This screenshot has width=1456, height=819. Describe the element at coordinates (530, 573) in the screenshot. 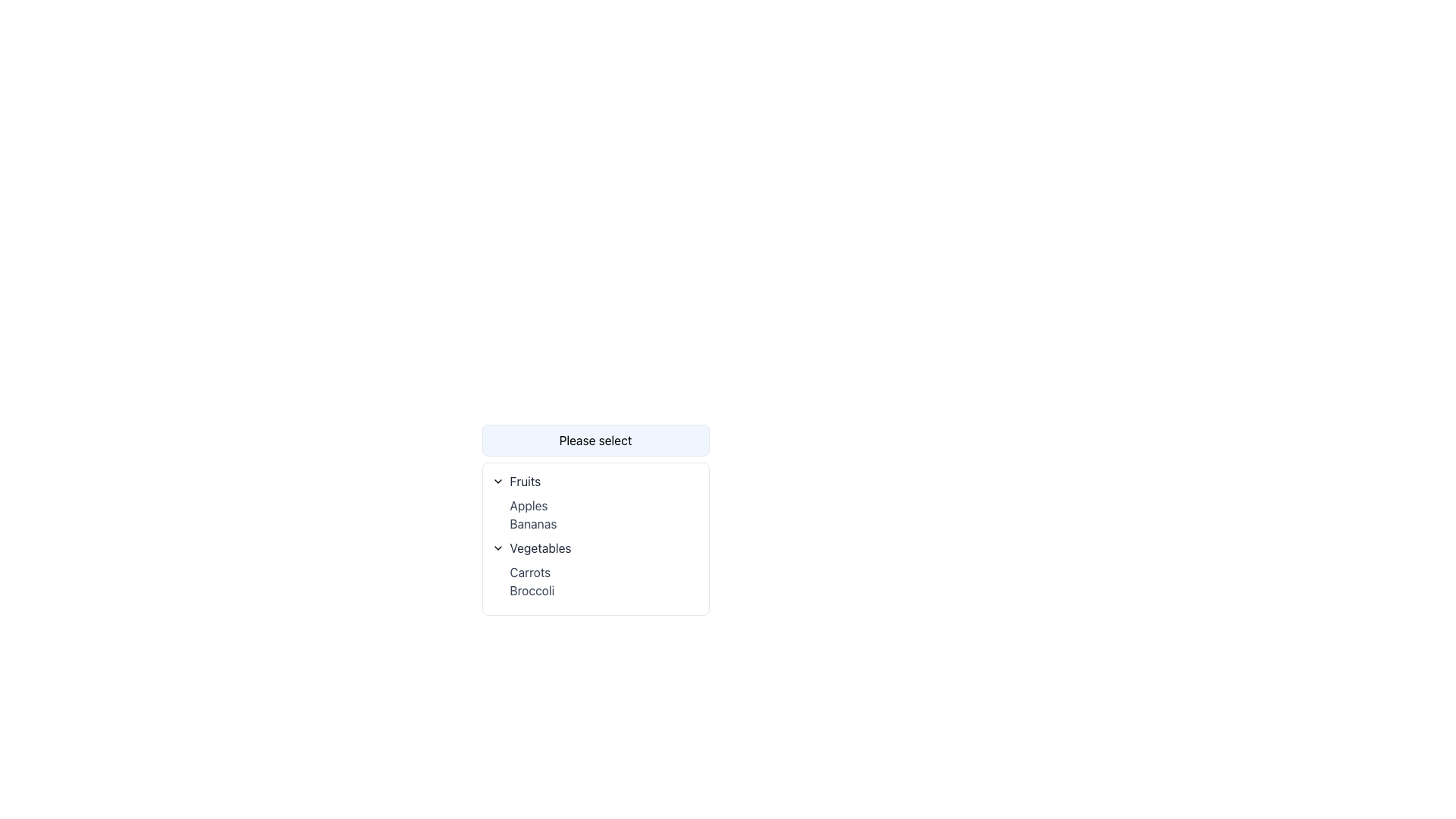

I see `the first label in the 'Vegetables' section of the dropdown menu` at that location.